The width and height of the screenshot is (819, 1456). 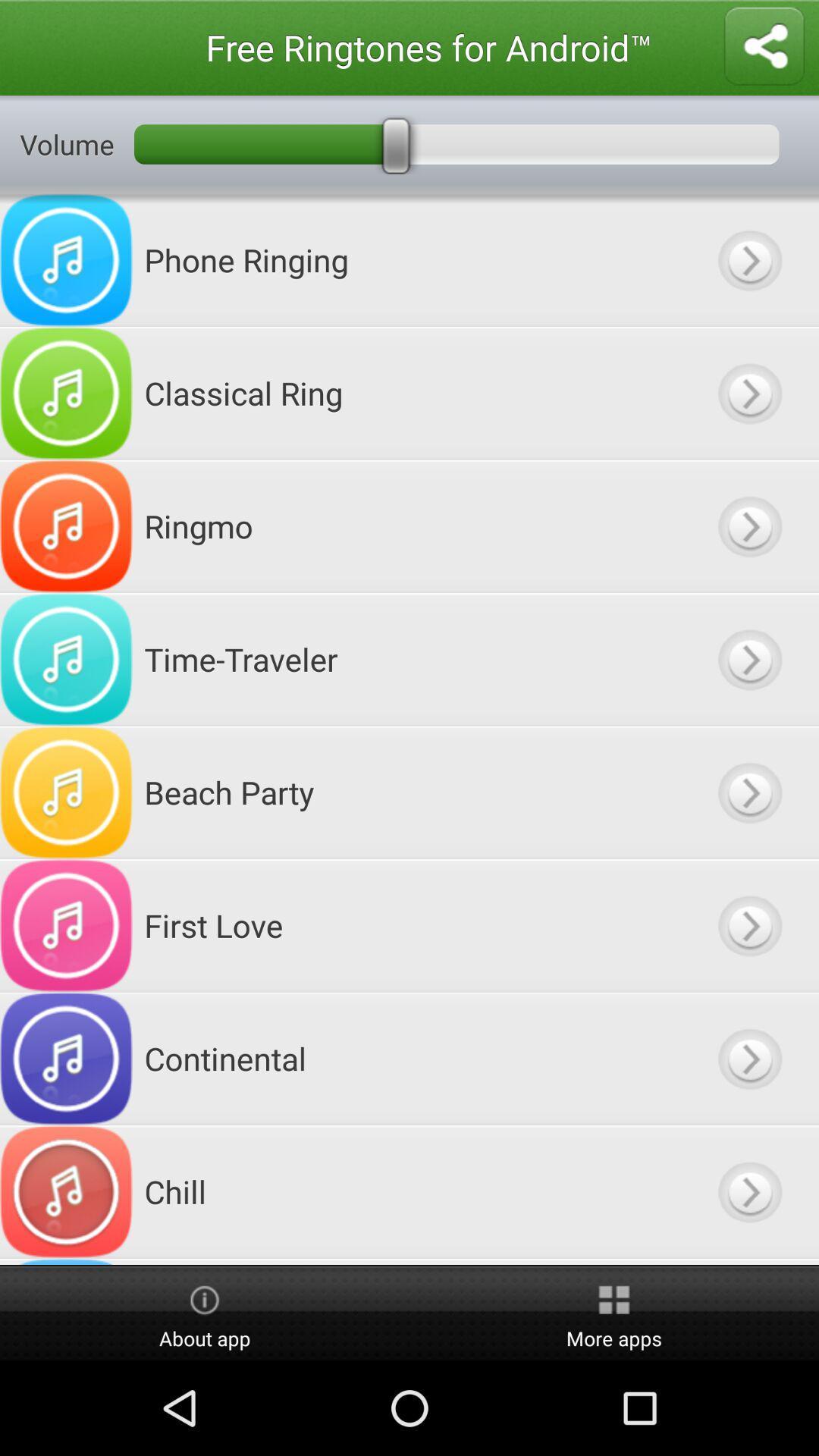 What do you see at coordinates (748, 792) in the screenshot?
I see `next button` at bounding box center [748, 792].